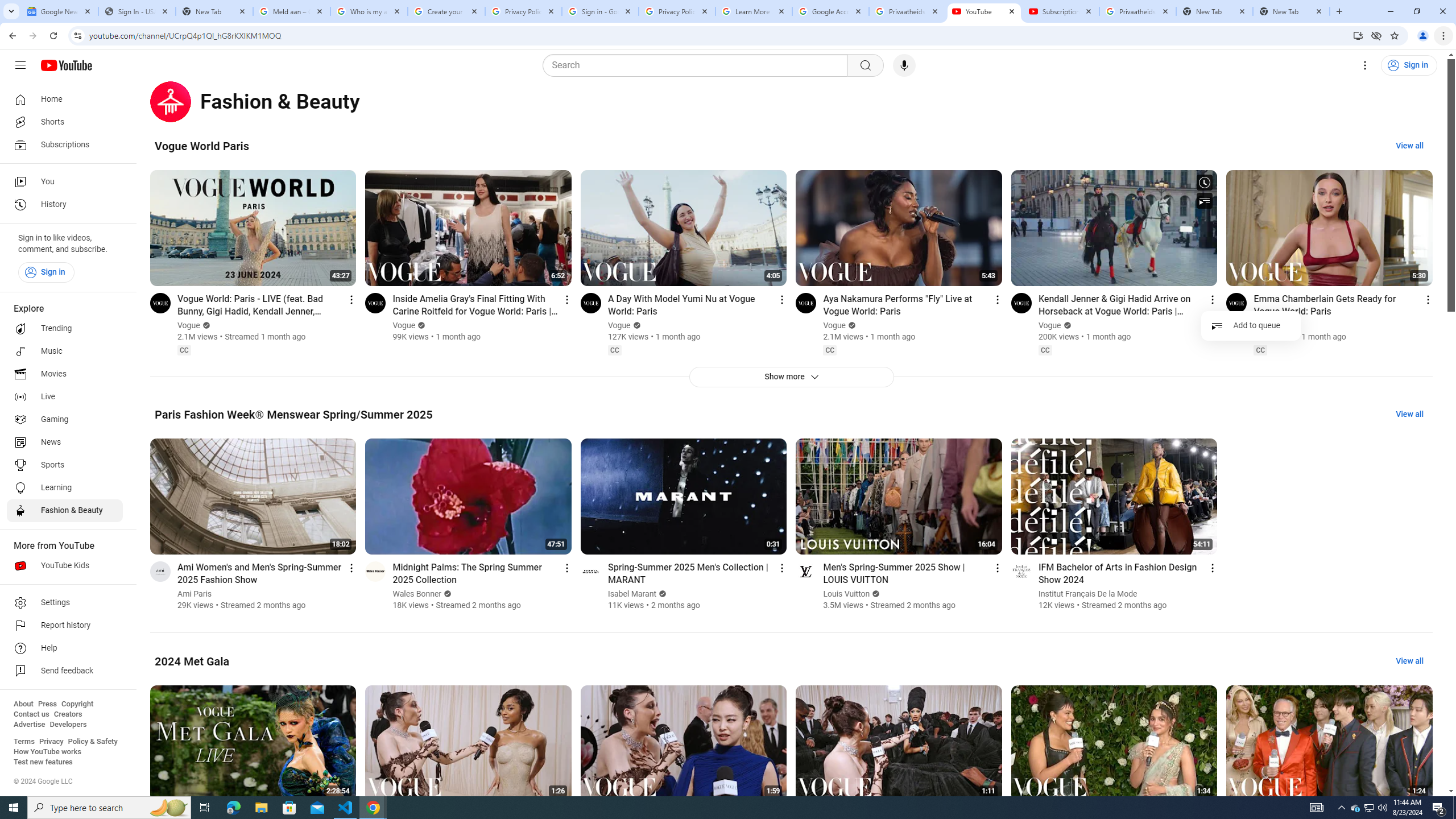 The width and height of the screenshot is (1456, 819). What do you see at coordinates (59, 11) in the screenshot?
I see `'Google News'` at bounding box center [59, 11].